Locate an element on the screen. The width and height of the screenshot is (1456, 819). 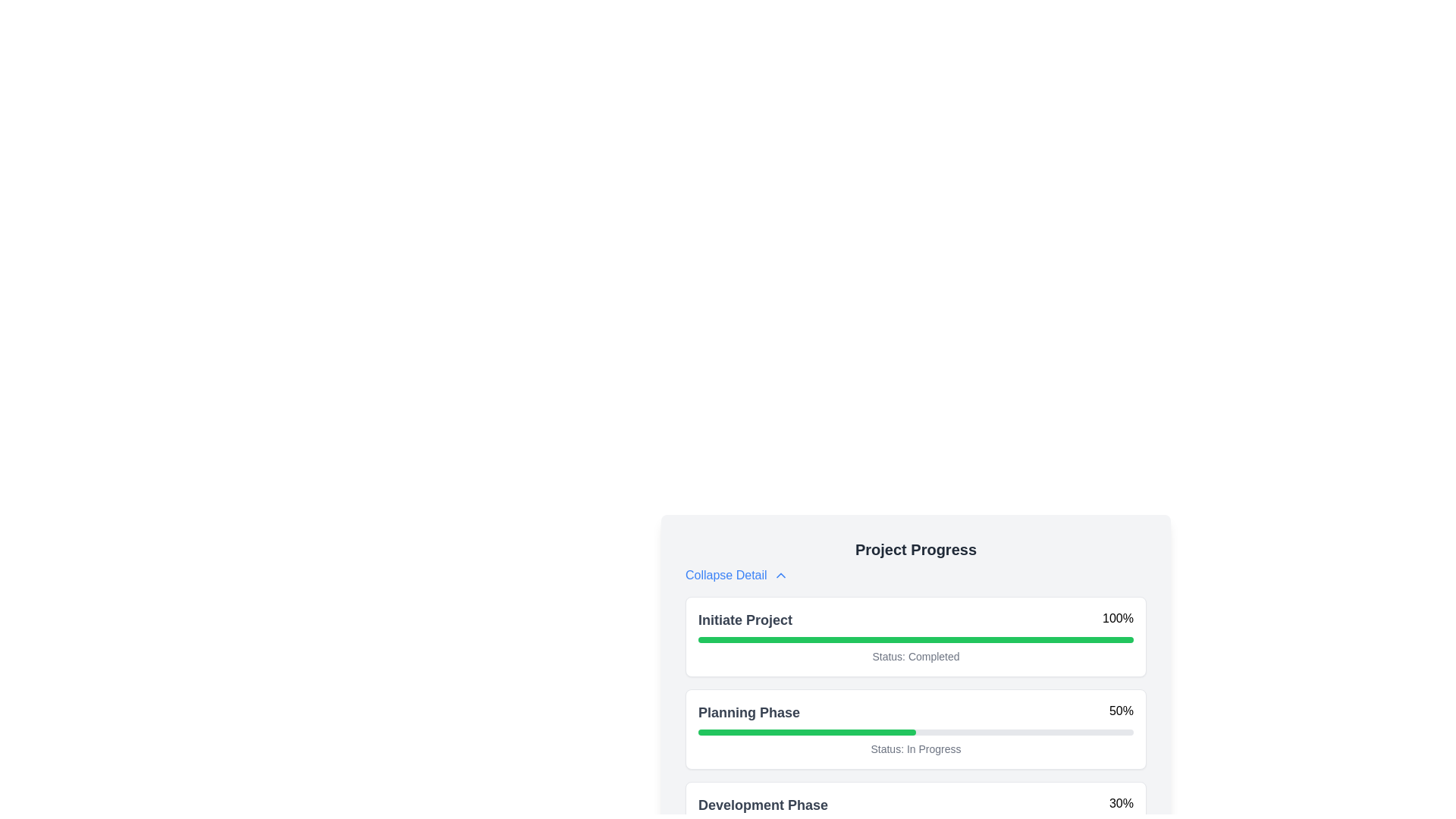
the expandable/collapsible icon located to the right of the 'Collapse Detail' text in the 'Project Progress' panel is located at coordinates (780, 576).